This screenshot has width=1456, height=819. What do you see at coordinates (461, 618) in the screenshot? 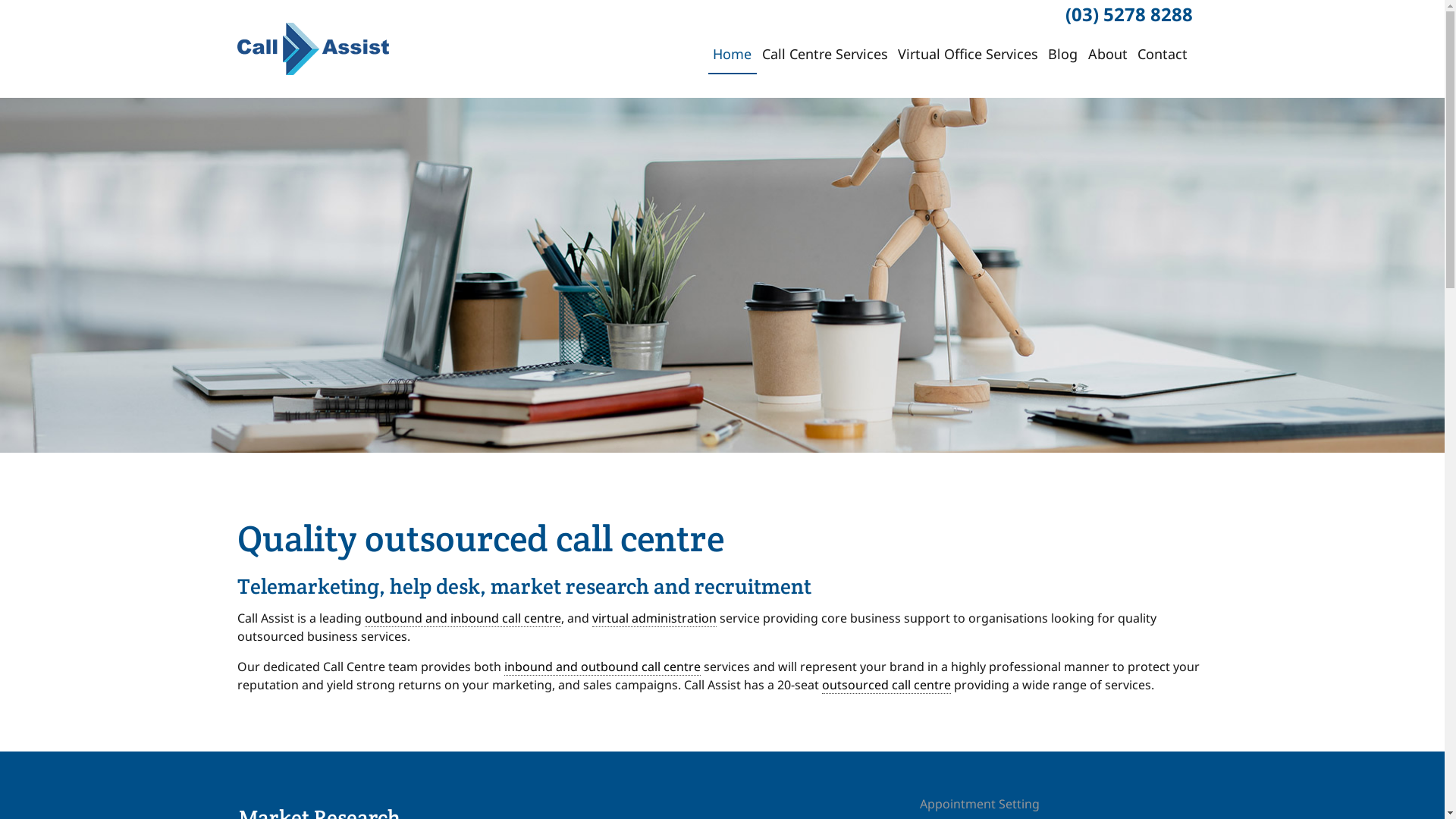
I see `'outbound and inbound call centre'` at bounding box center [461, 618].